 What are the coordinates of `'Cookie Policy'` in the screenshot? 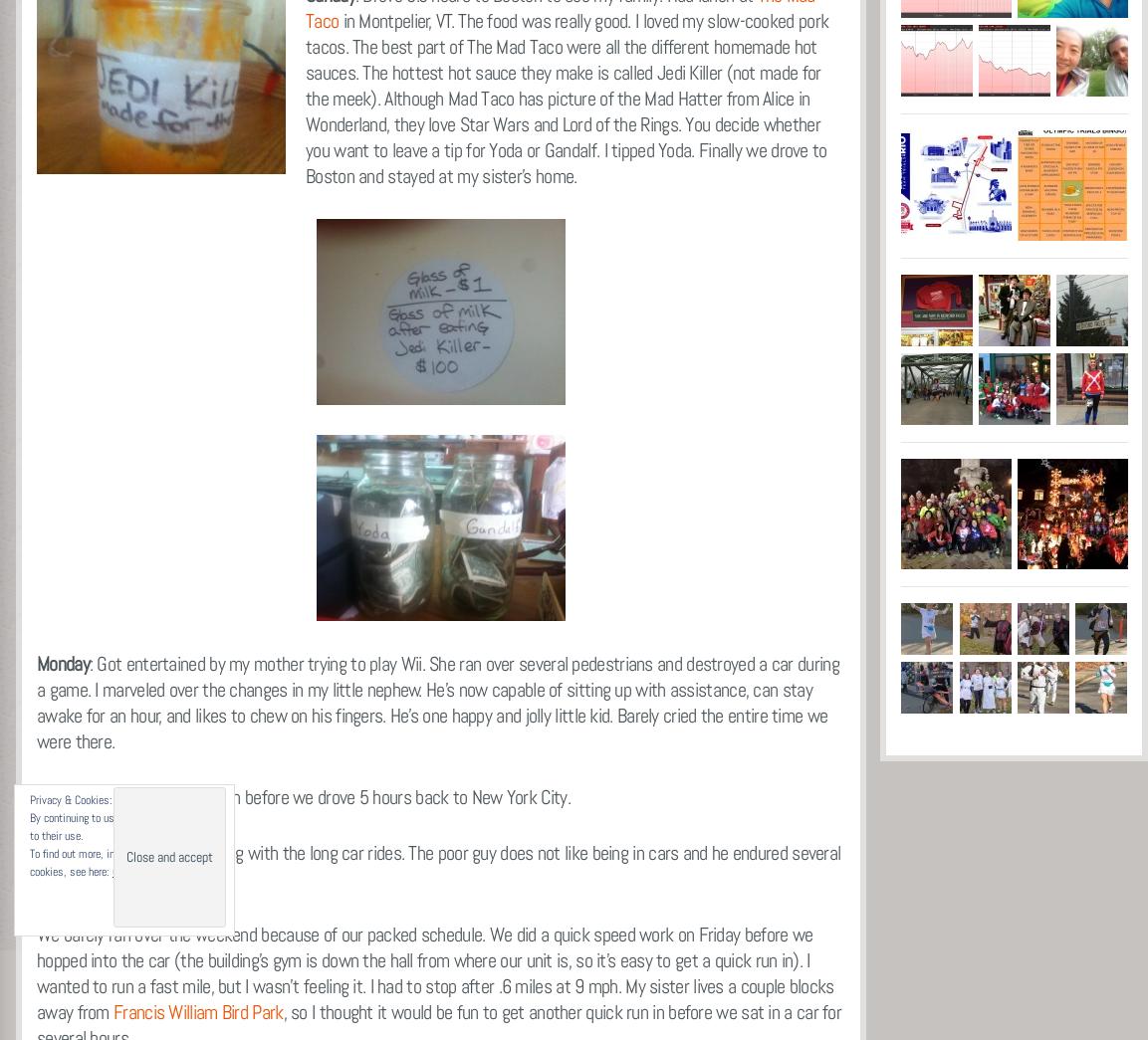 It's located at (141, 872).